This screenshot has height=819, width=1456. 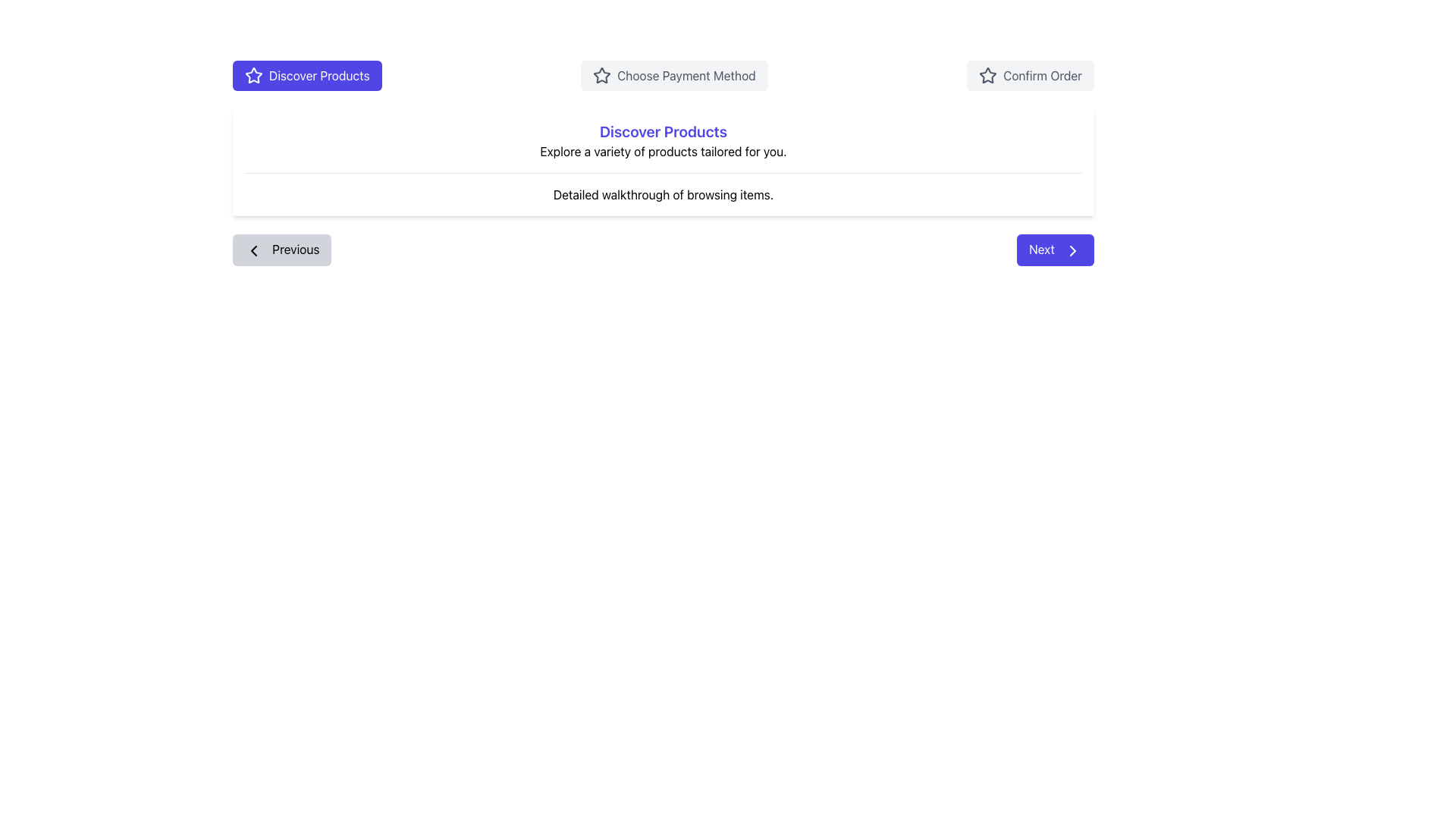 I want to click on the star icon within the 'Confirm Order' button located in the upper right area of the interface, so click(x=988, y=75).